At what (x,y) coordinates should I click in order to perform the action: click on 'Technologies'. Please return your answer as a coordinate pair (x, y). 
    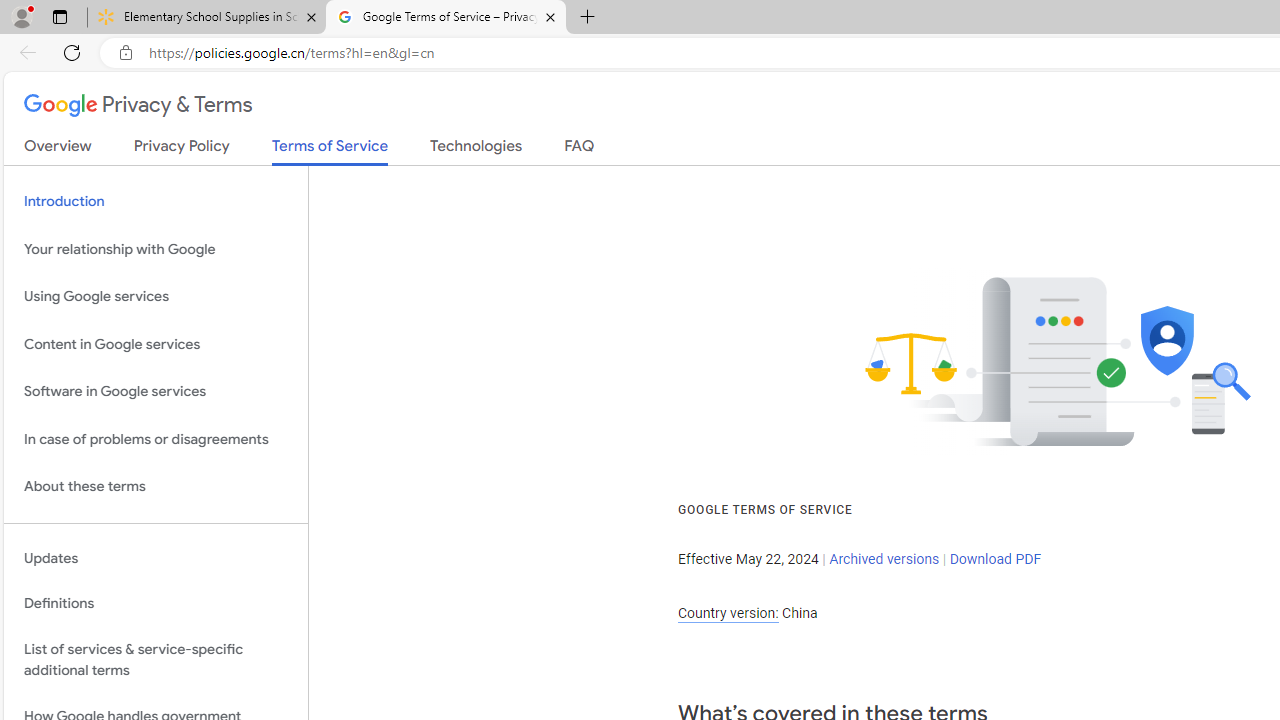
    Looking at the image, I should click on (475, 149).